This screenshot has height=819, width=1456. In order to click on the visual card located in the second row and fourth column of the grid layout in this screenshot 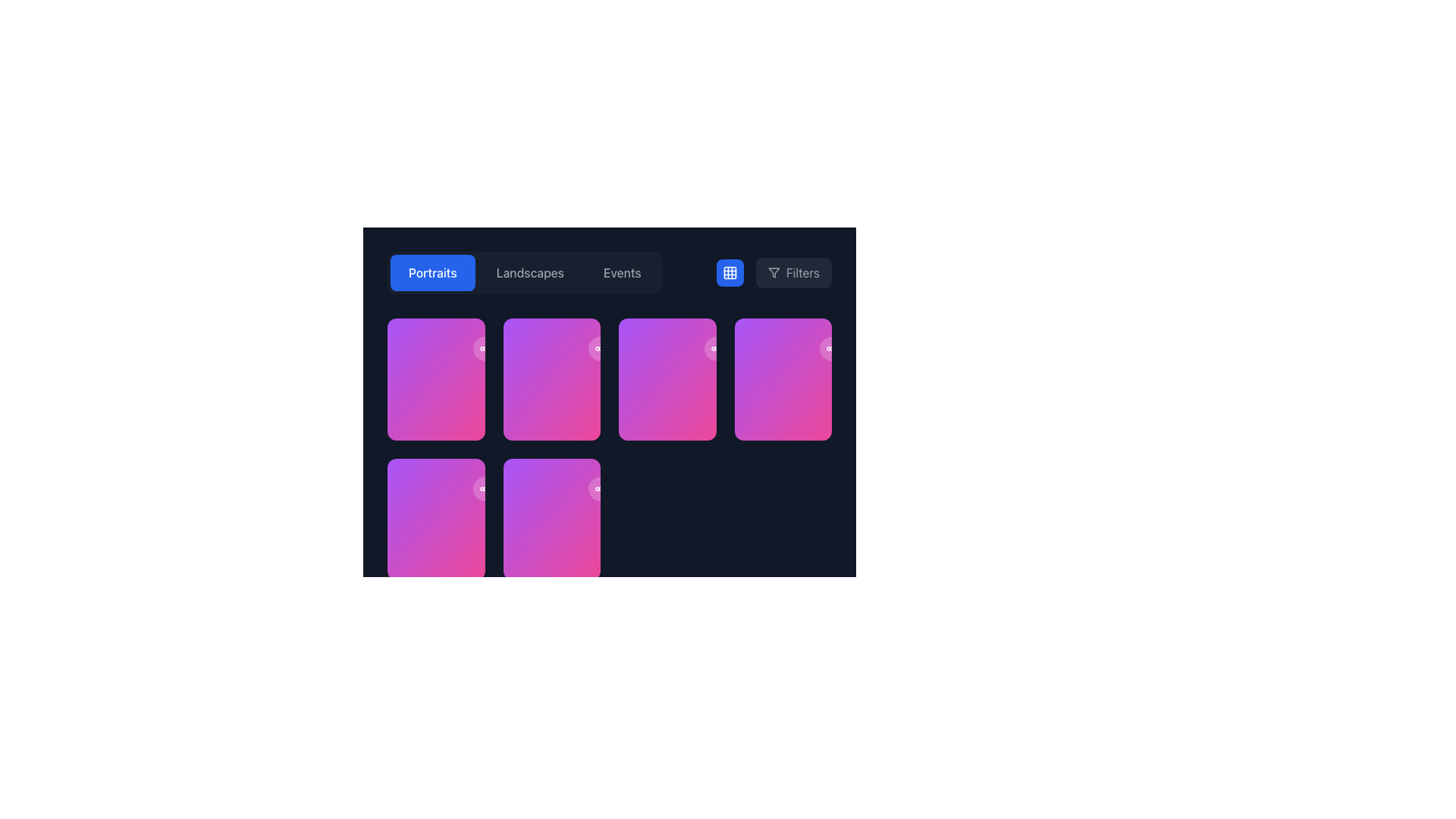, I will do `click(667, 378)`.